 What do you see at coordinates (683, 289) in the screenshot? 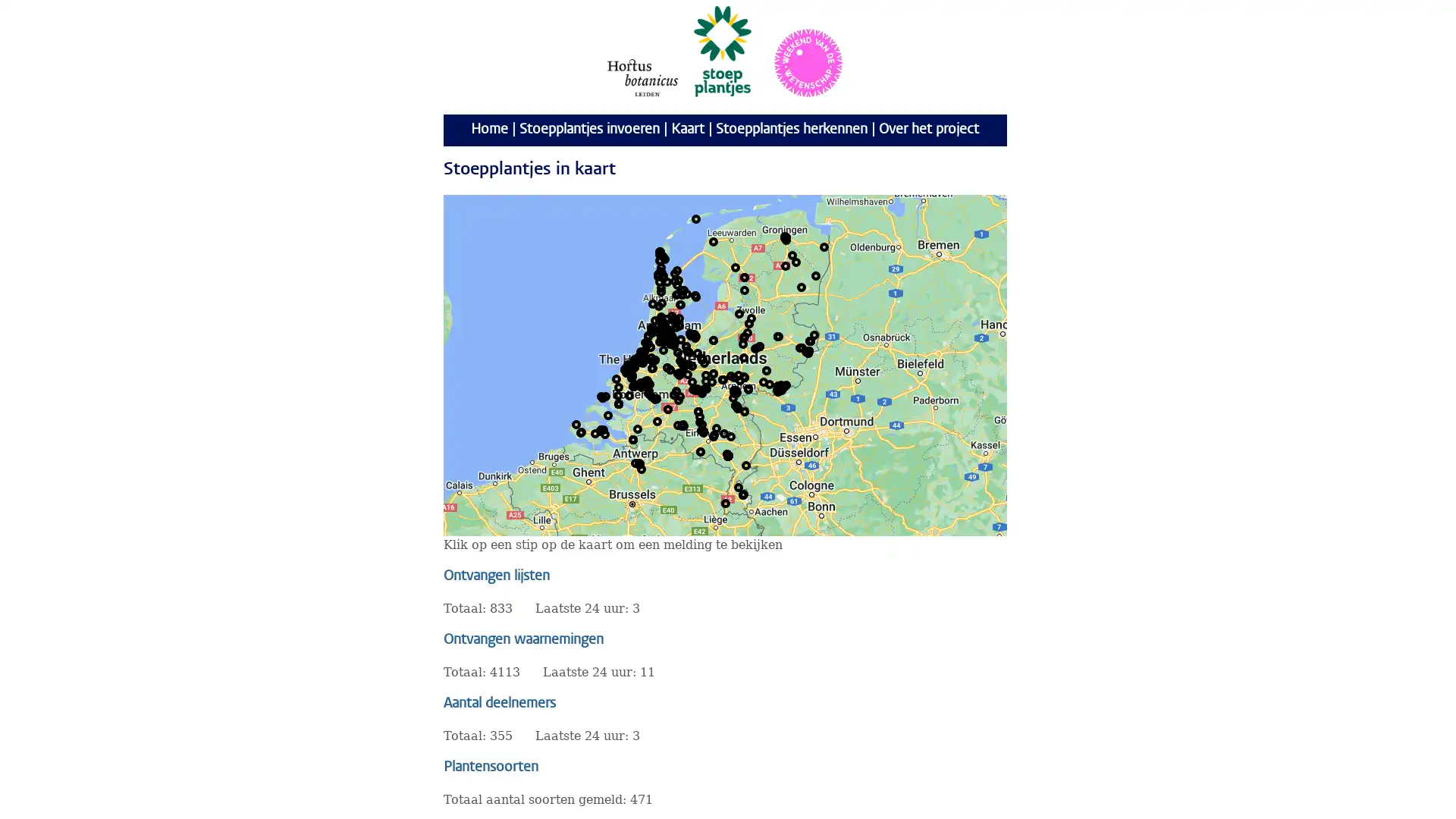
I see `Telling van U op 14 december 2021` at bounding box center [683, 289].